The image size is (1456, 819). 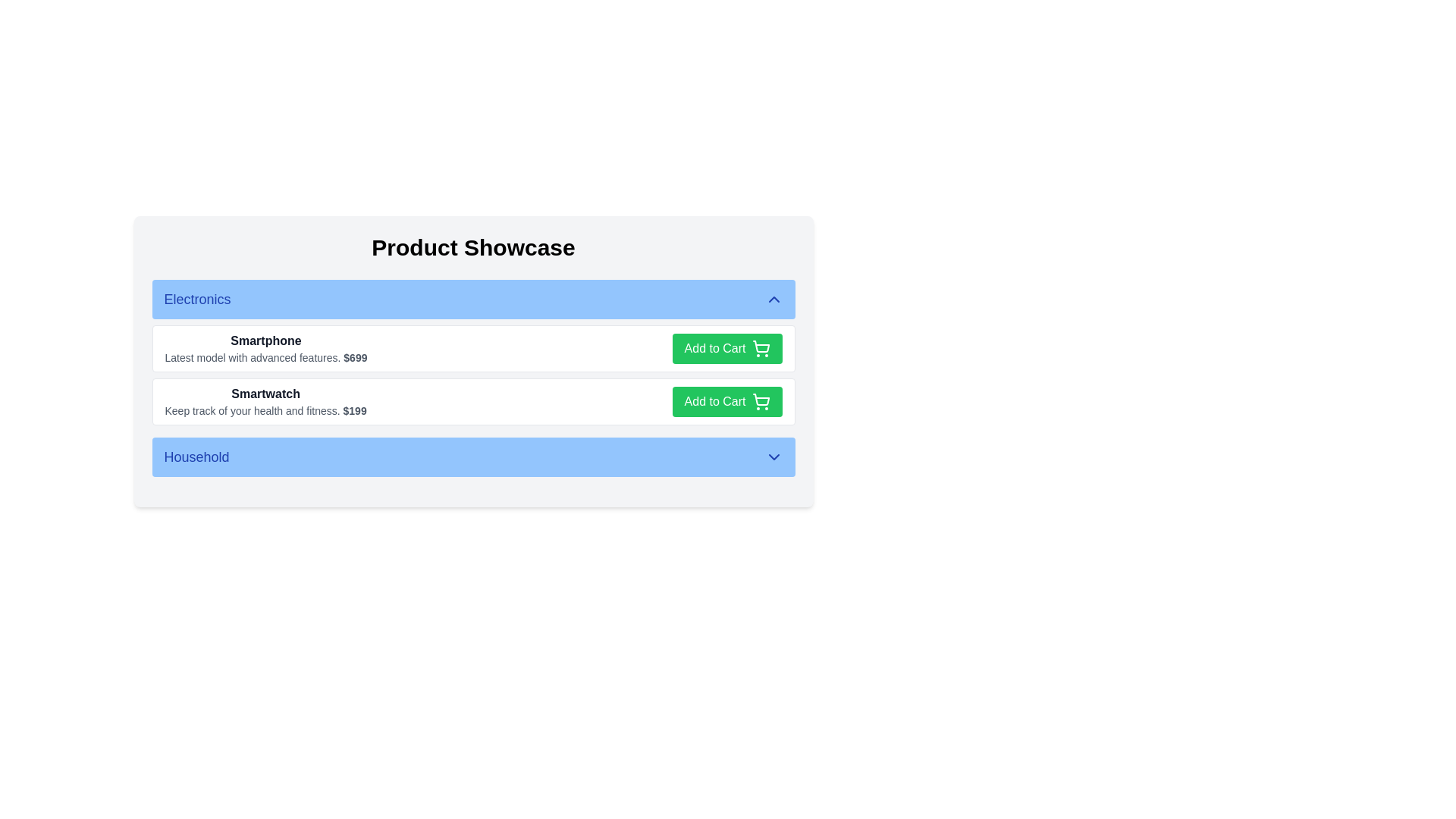 What do you see at coordinates (265, 411) in the screenshot?
I see `descriptive text content located below the 'Smartwatch' label in the 'Electronics' category section, which provides information about the smartwatch product's features and its price` at bounding box center [265, 411].